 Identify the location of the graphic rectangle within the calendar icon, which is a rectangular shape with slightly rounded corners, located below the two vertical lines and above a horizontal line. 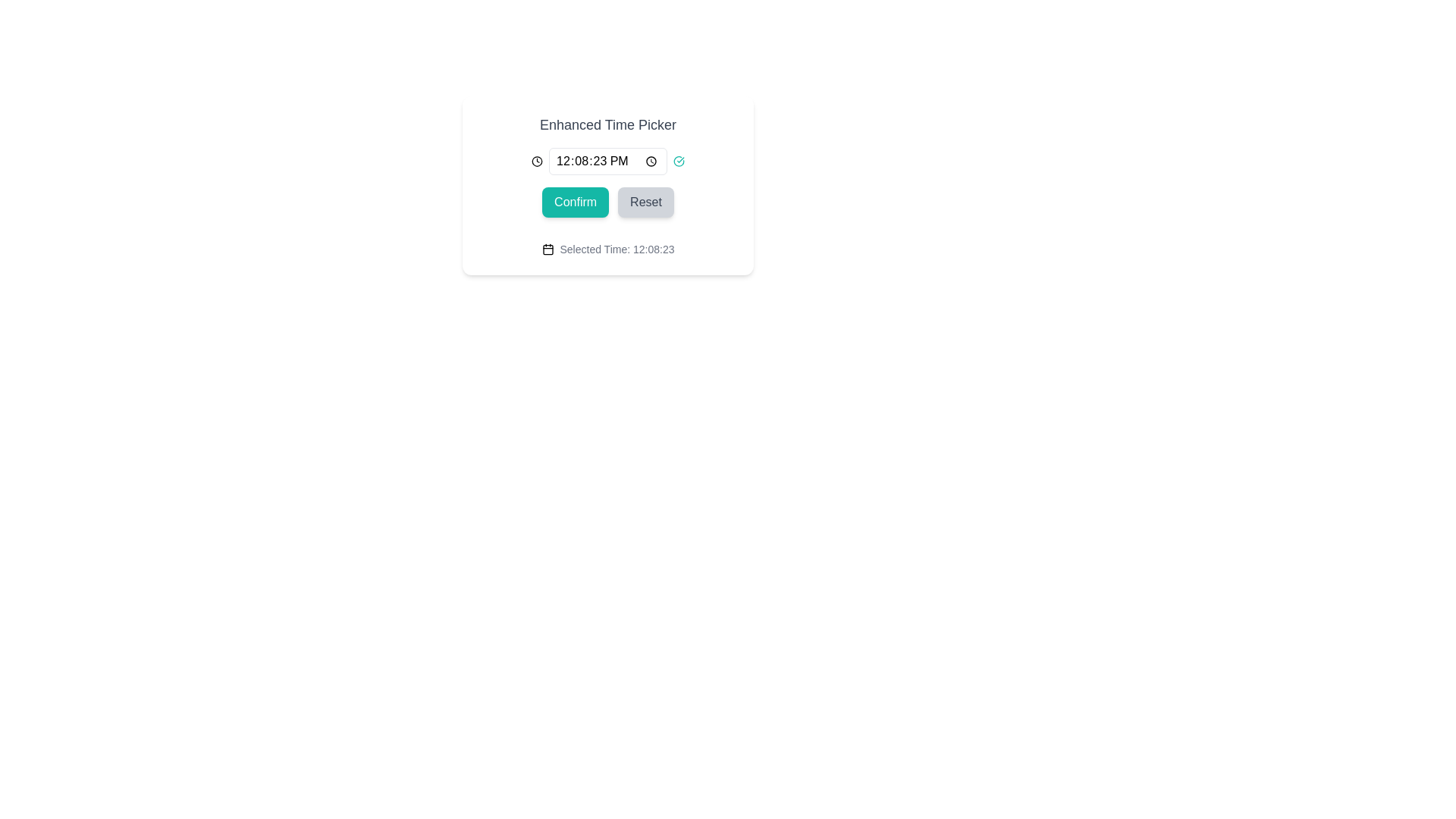
(547, 249).